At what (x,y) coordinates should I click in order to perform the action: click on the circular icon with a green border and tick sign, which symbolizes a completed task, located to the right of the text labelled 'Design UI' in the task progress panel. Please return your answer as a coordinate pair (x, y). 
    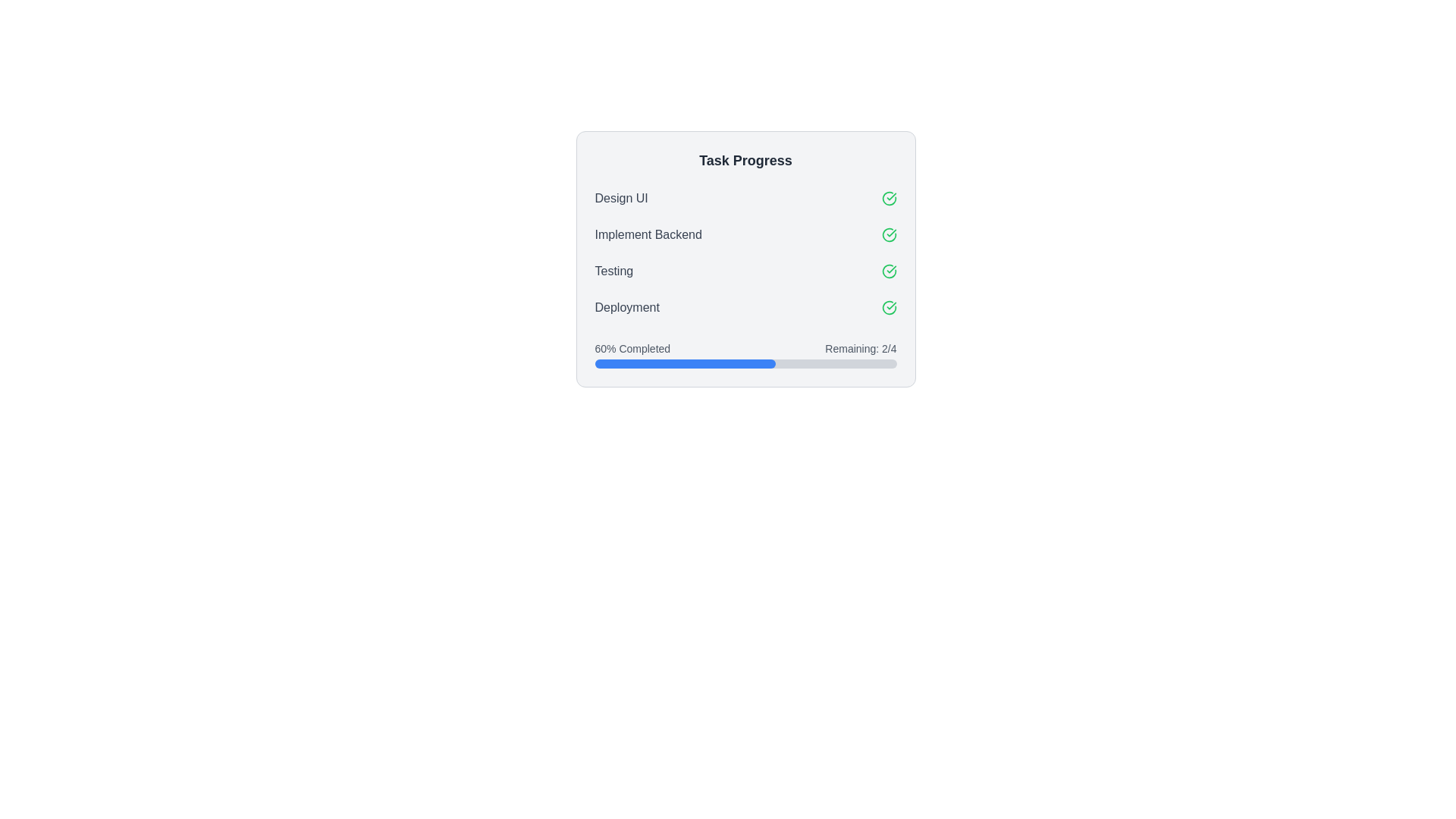
    Looking at the image, I should click on (889, 198).